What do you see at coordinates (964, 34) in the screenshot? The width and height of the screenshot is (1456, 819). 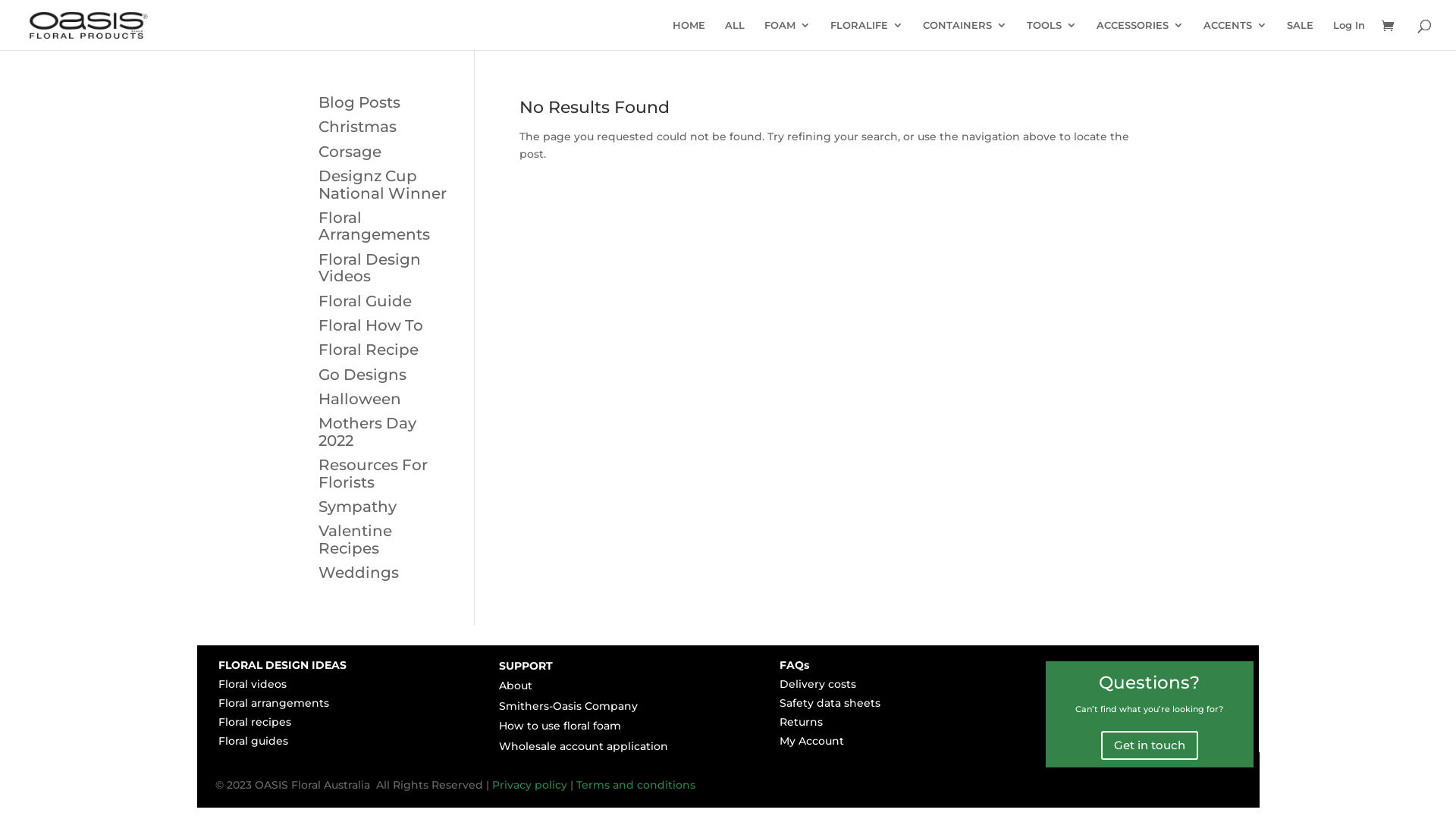 I see `'CONTAINERS'` at bounding box center [964, 34].